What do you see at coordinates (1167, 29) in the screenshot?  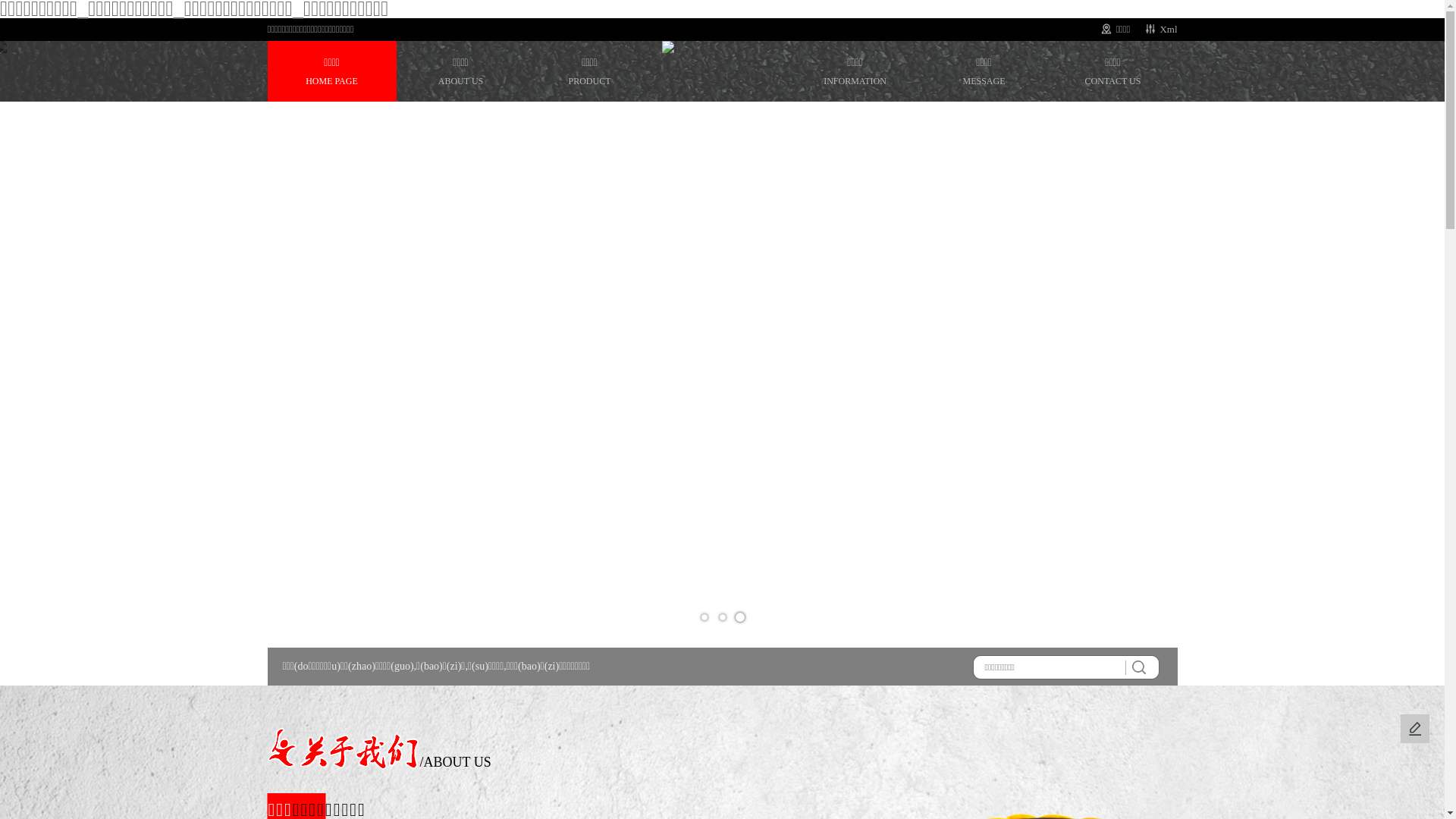 I see `'Xml'` at bounding box center [1167, 29].